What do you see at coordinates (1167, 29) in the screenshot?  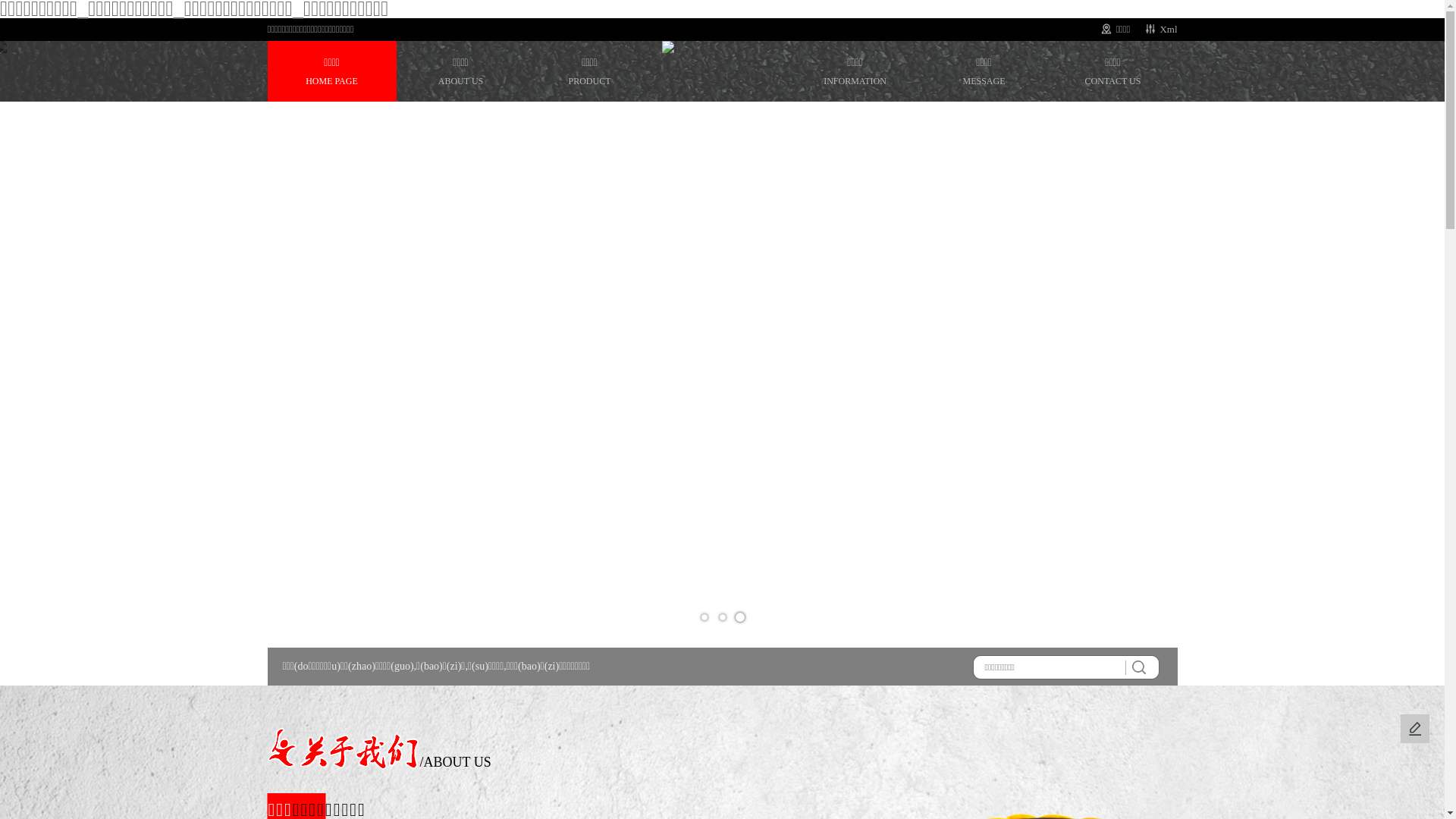 I see `'Xml'` at bounding box center [1167, 29].